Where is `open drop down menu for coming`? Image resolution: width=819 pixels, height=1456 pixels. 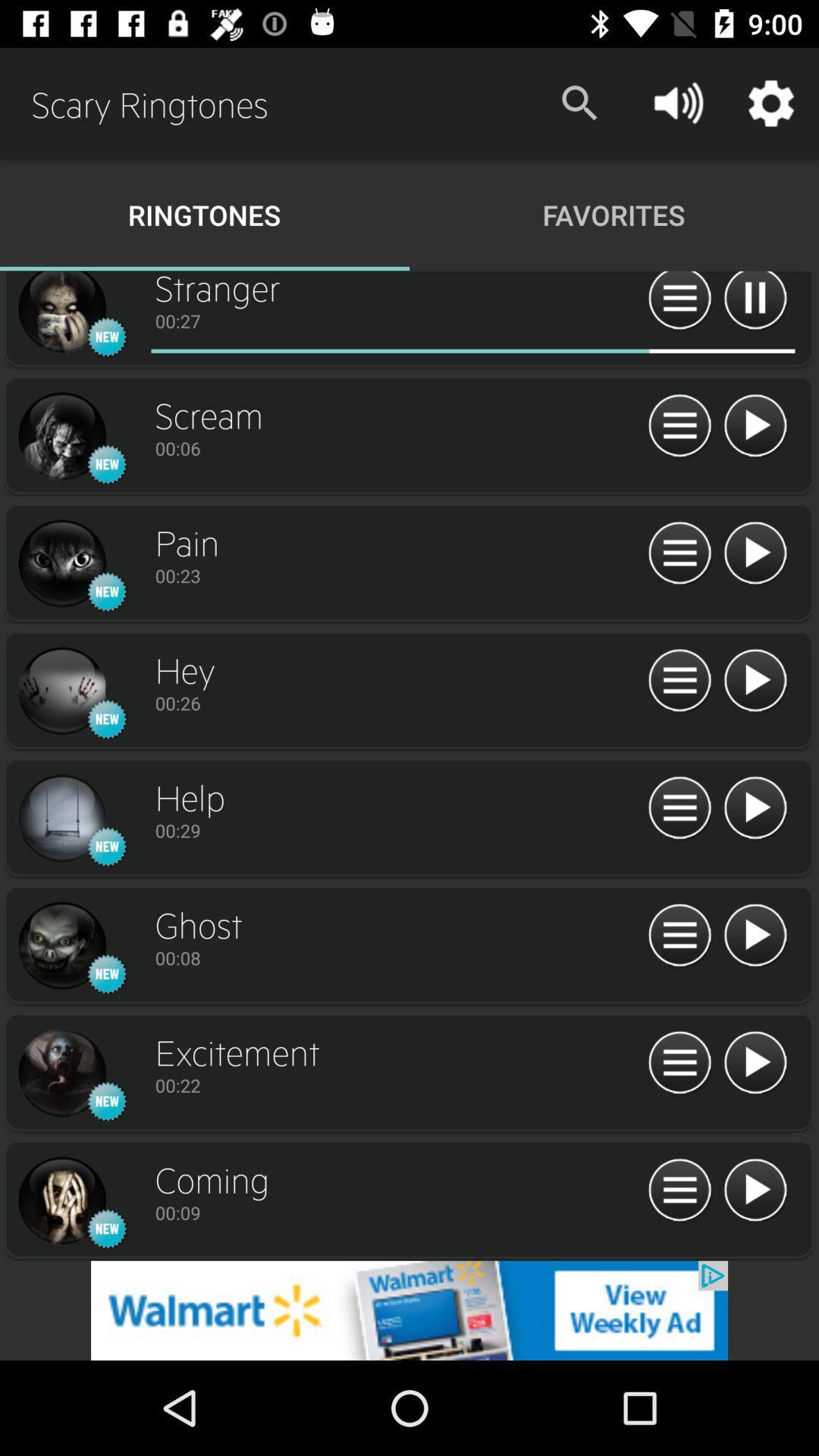
open drop down menu for coming is located at coordinates (679, 1190).